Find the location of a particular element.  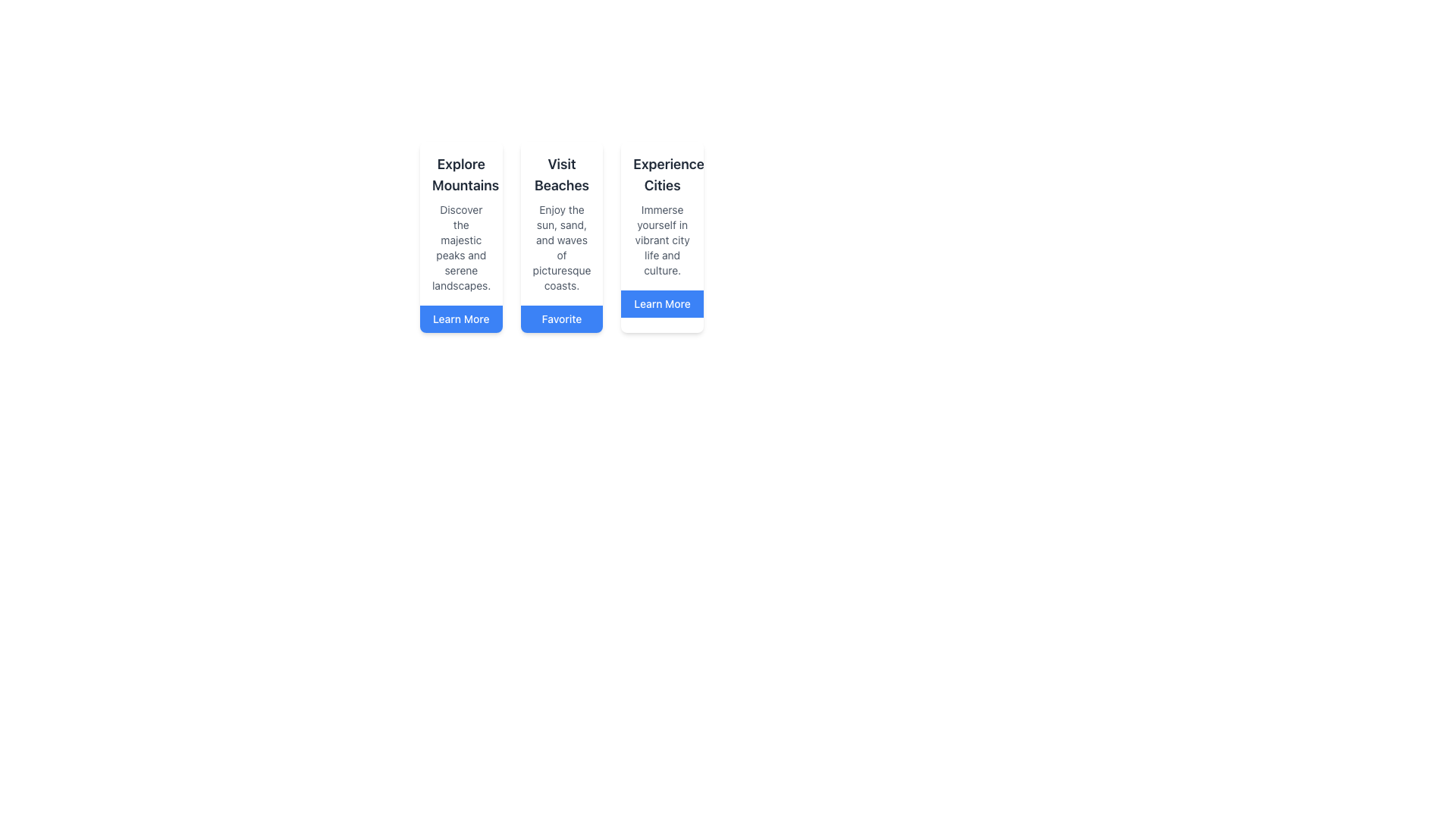

title text of the leftmost card, which is positioned at the top center and serves as an introduction to the card's theme is located at coordinates (460, 174).